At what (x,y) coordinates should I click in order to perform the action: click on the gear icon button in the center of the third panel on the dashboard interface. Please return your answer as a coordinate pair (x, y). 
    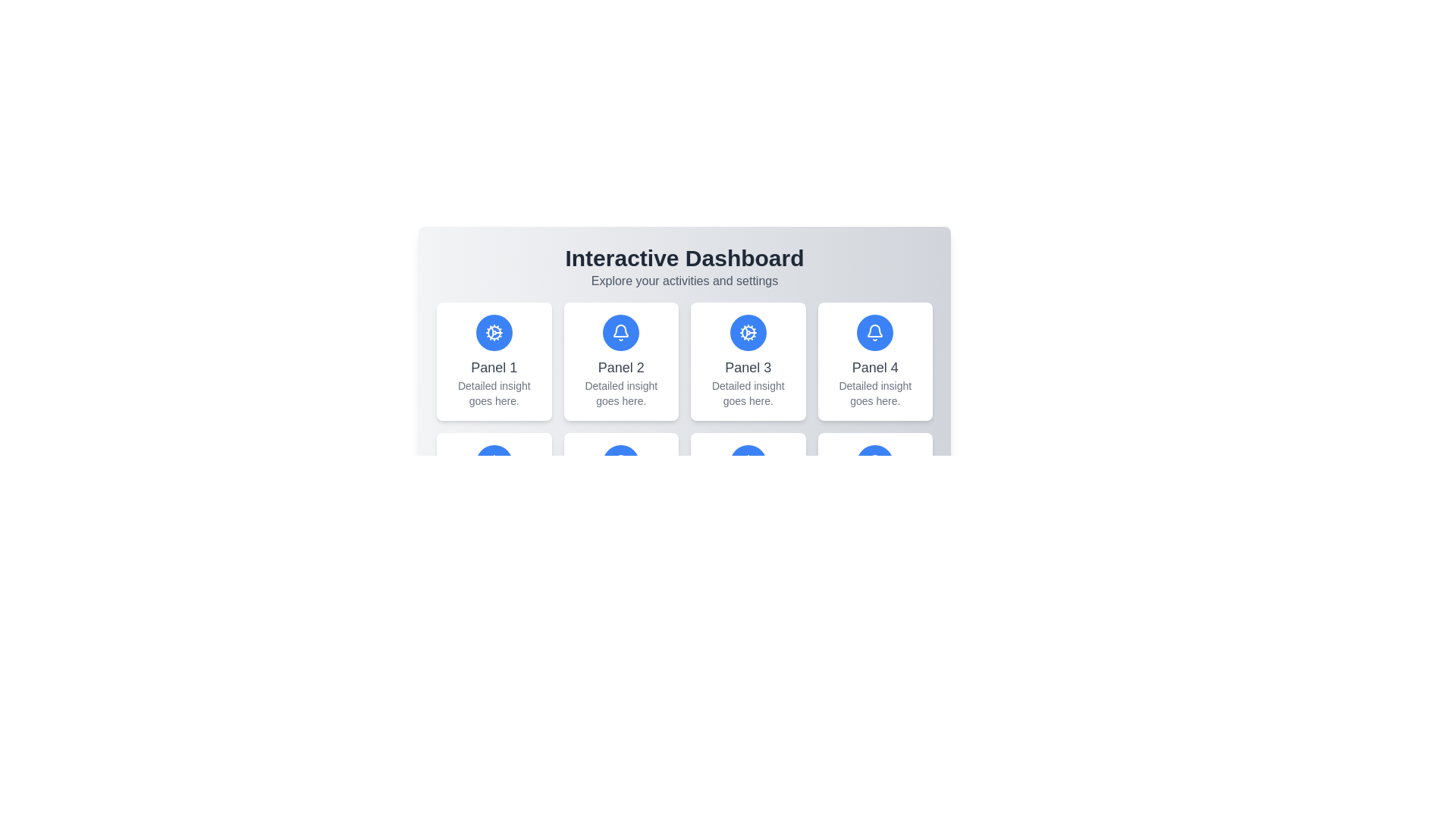
    Looking at the image, I should click on (748, 332).